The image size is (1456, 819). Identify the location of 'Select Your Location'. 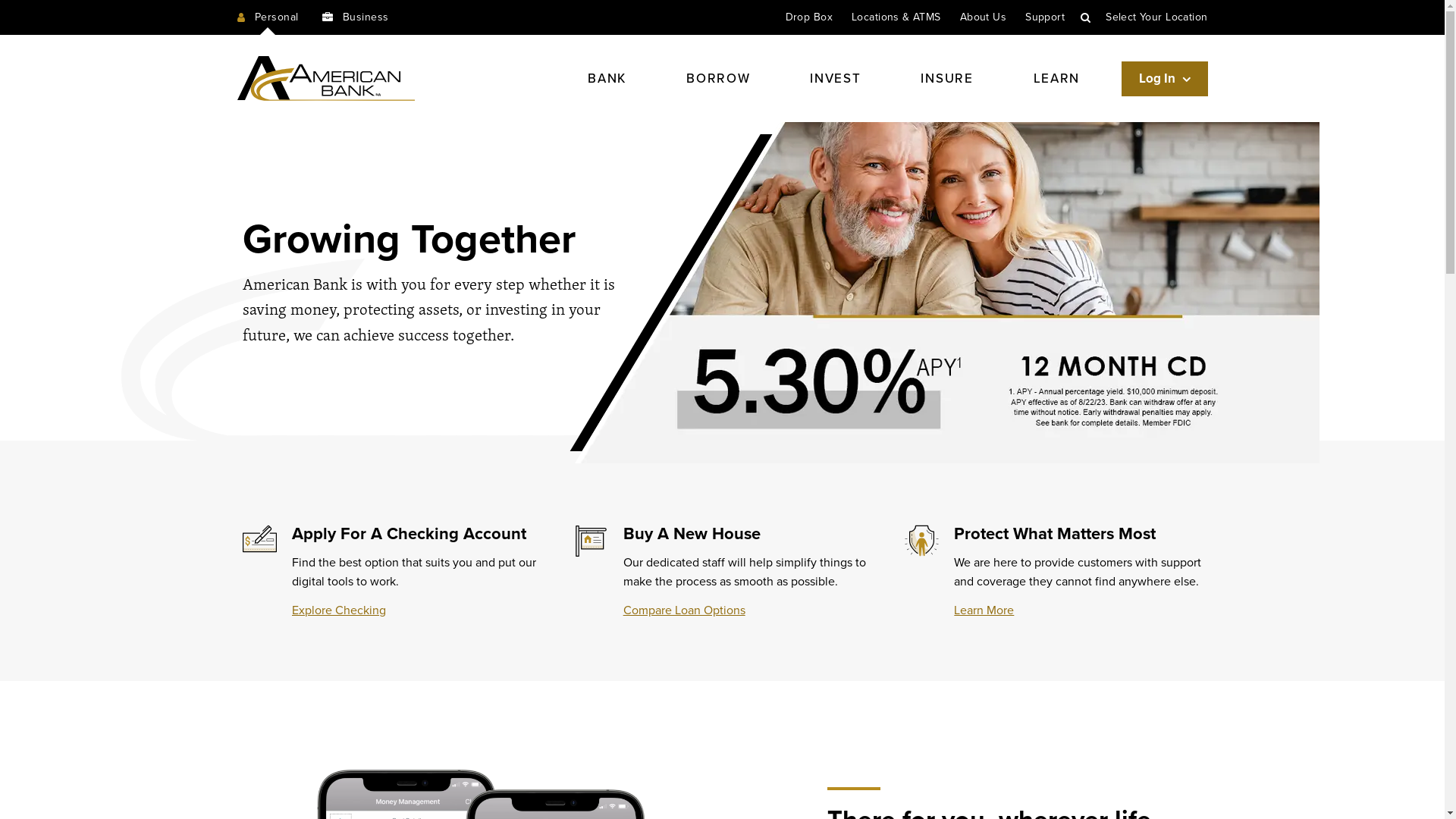
(1156, 17).